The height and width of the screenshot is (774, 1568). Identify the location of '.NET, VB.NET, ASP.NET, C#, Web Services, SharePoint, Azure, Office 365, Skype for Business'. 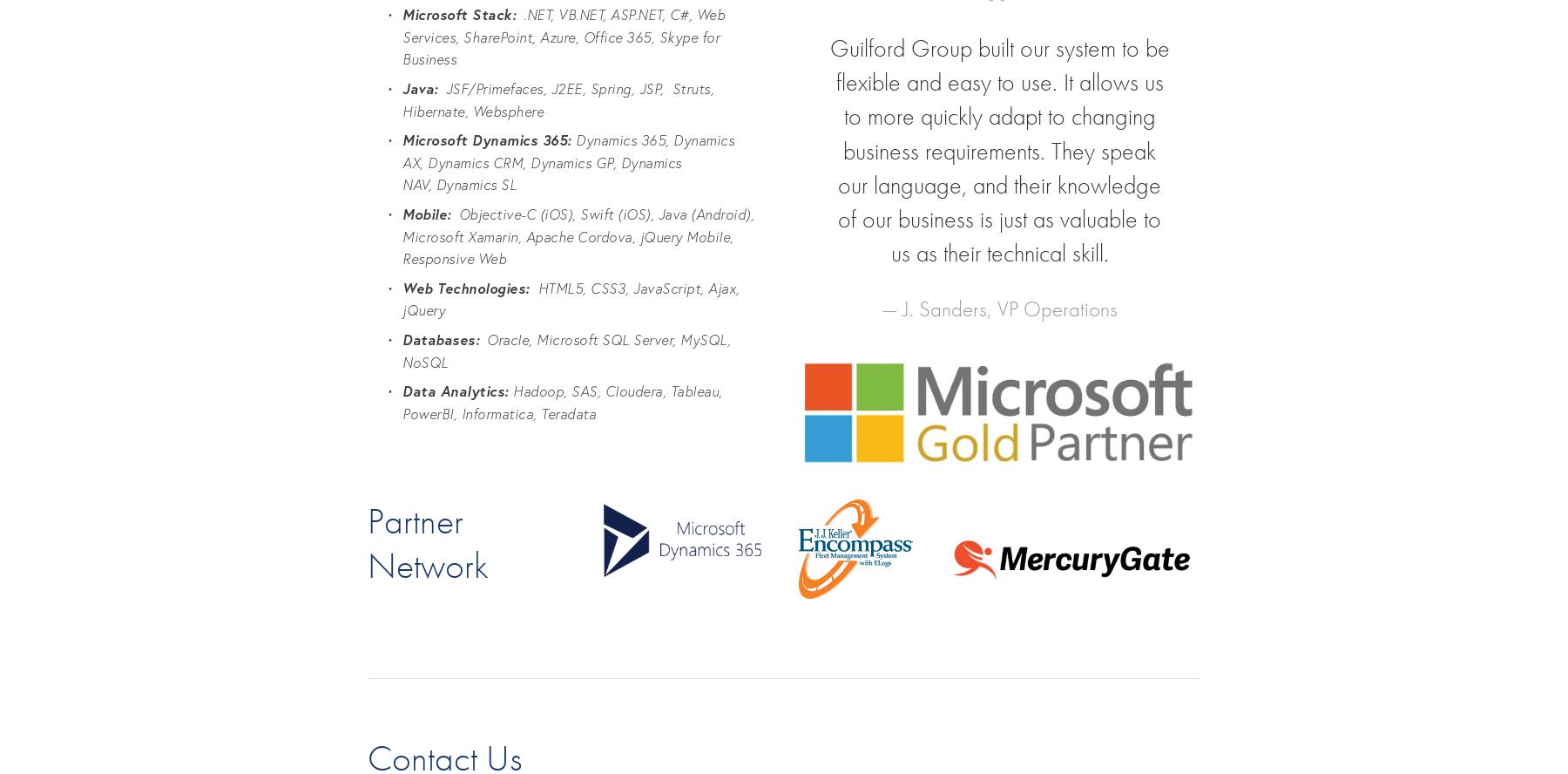
(565, 37).